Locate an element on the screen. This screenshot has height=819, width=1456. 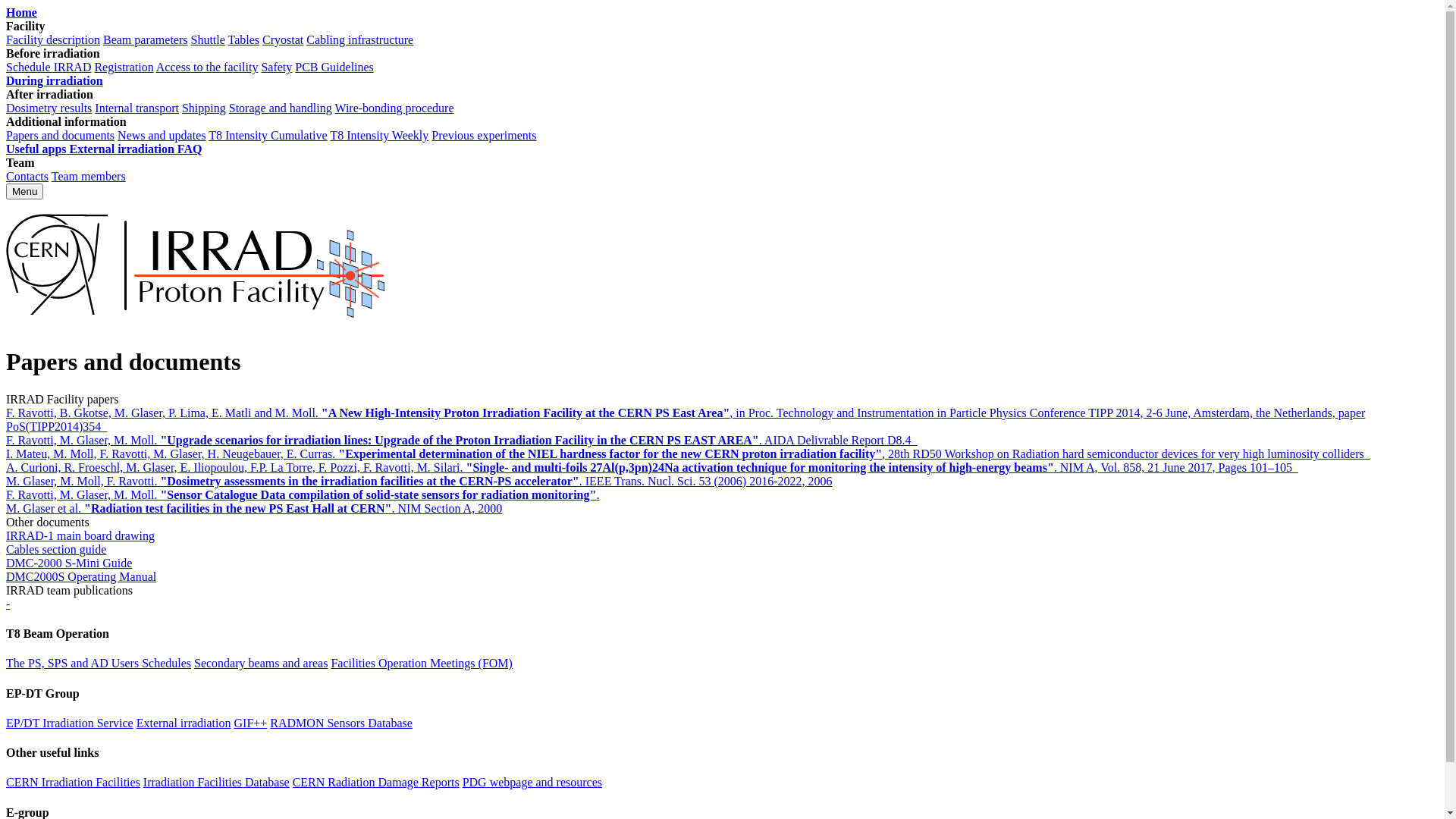
'DMC2000S Operating Manual' is located at coordinates (80, 576).